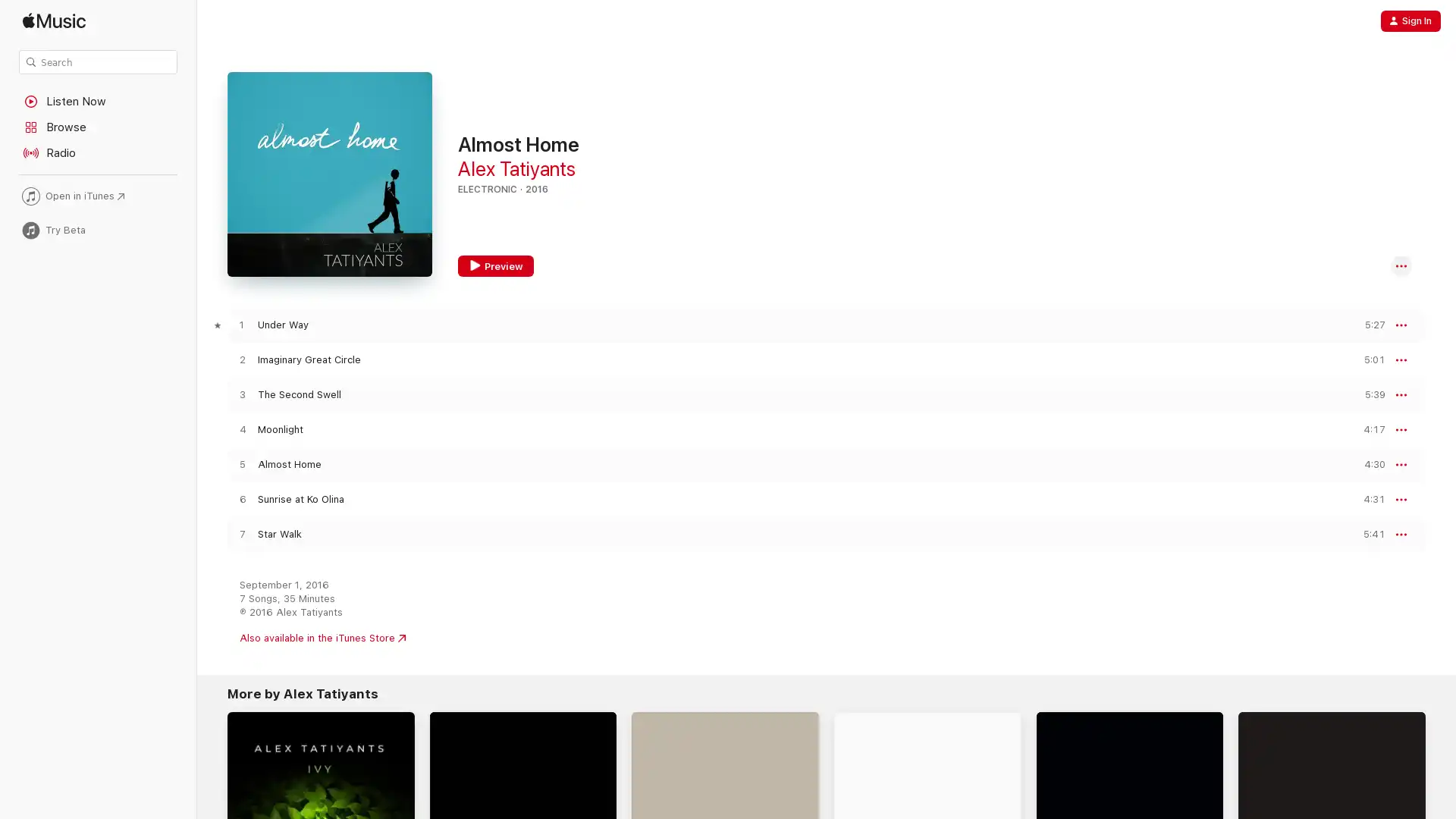 Image resolution: width=1456 pixels, height=819 pixels. What do you see at coordinates (1401, 265) in the screenshot?
I see `More` at bounding box center [1401, 265].